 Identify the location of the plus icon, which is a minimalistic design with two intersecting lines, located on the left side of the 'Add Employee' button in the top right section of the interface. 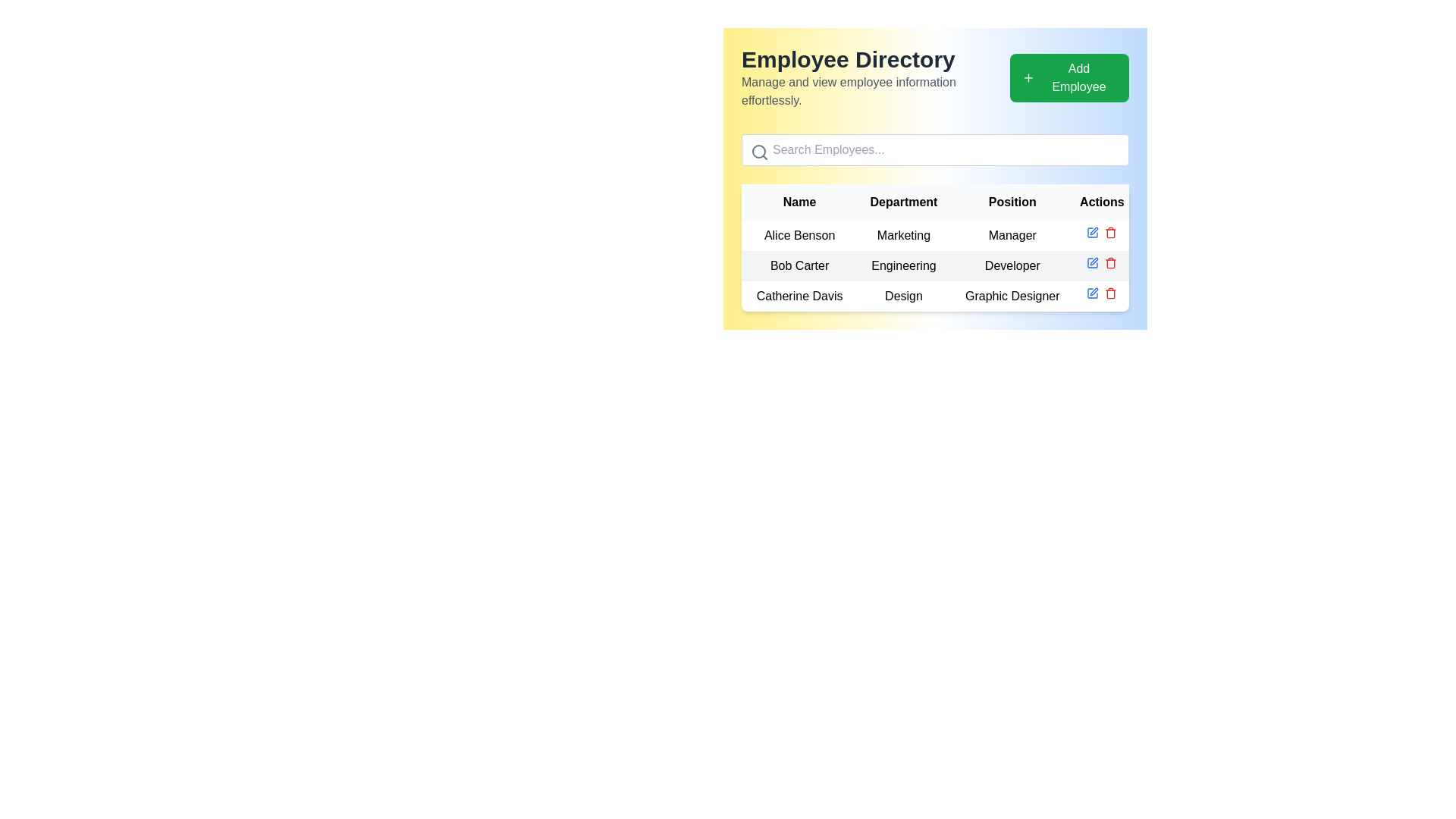
(1028, 78).